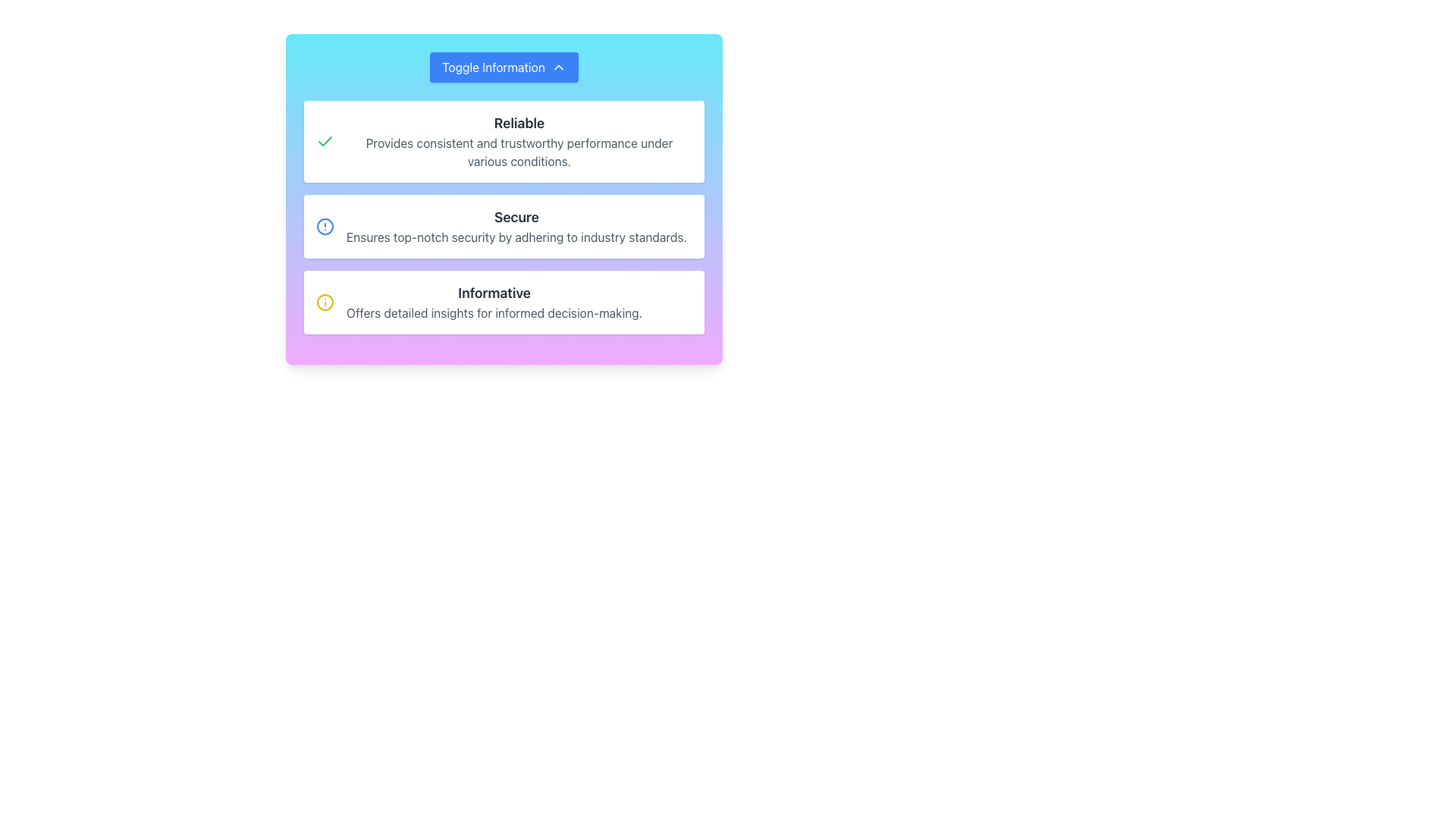 Image resolution: width=1456 pixels, height=819 pixels. Describe the element at coordinates (519, 141) in the screenshot. I see `text from the Text block with the heading 'Reliable' and description 'Provides consistent and trustworthy performance under various conditions.' which is located at the top of the vertically stacked sections` at that location.